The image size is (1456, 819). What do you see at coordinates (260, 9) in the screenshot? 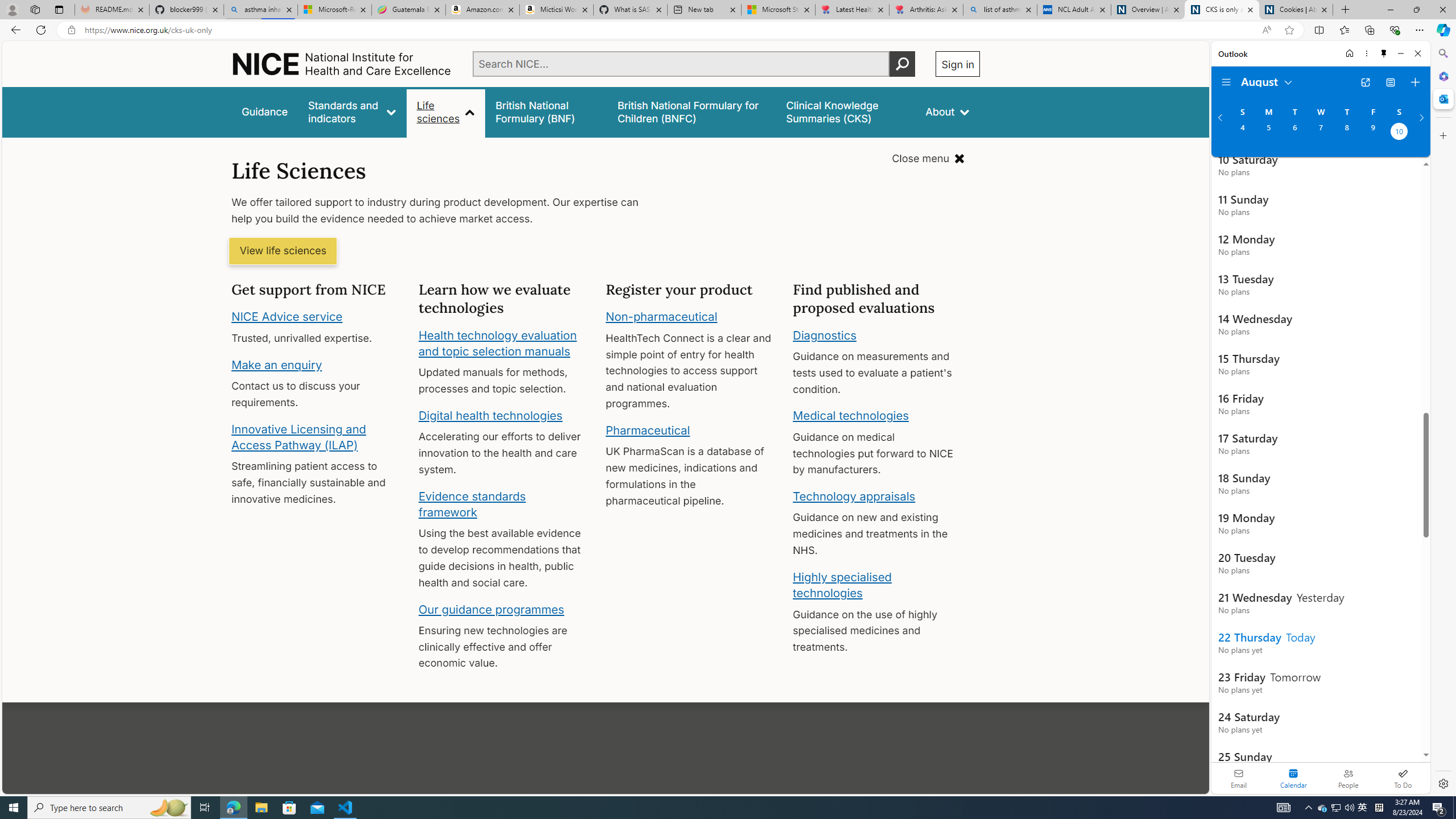
I see `'asthma inhaler - Search'` at bounding box center [260, 9].